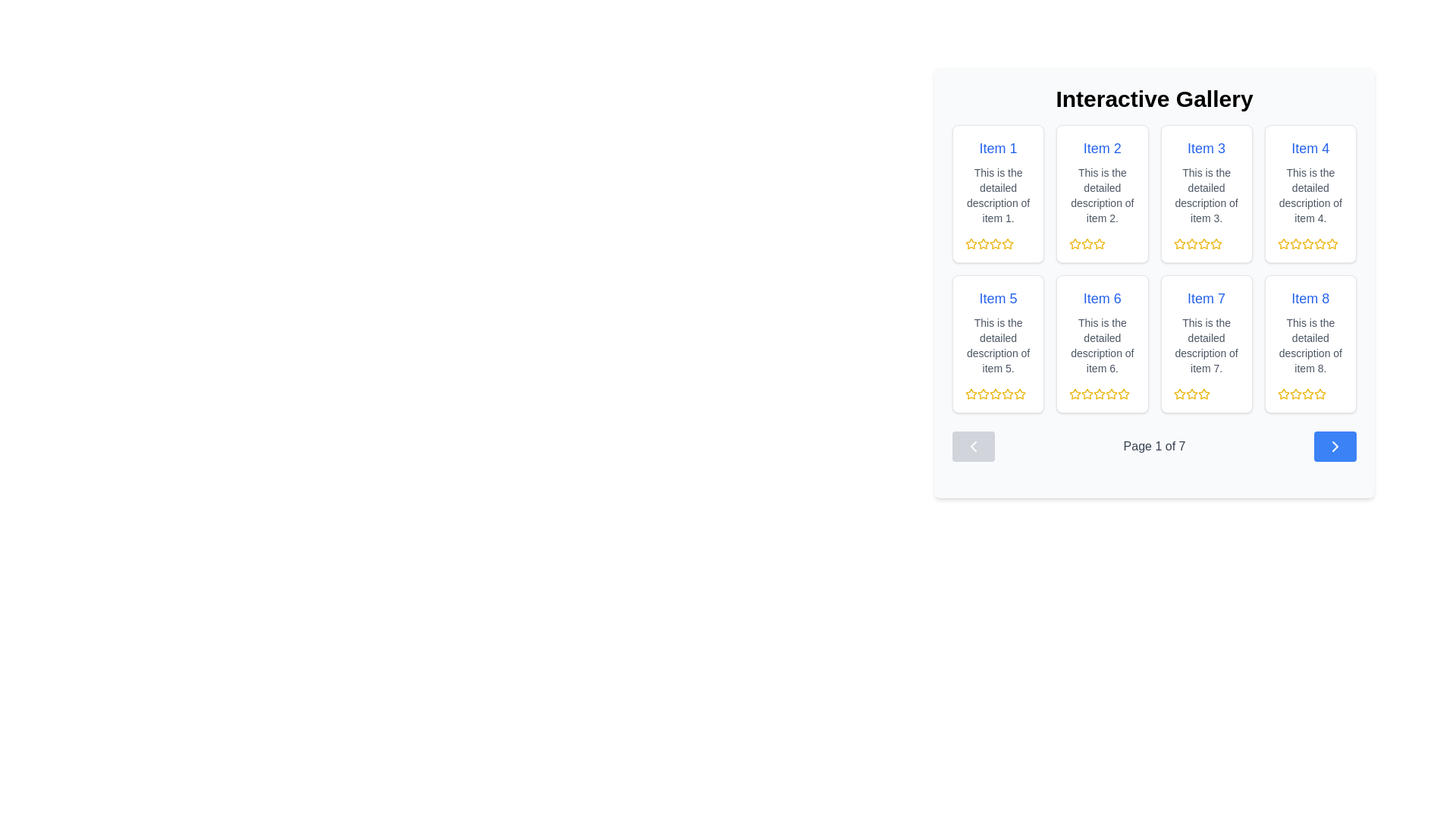 Image resolution: width=1456 pixels, height=819 pixels. Describe the element at coordinates (1191, 393) in the screenshot. I see `the second yellow star icon in the rating set located under the description of 'Item 7' in the gallery` at that location.